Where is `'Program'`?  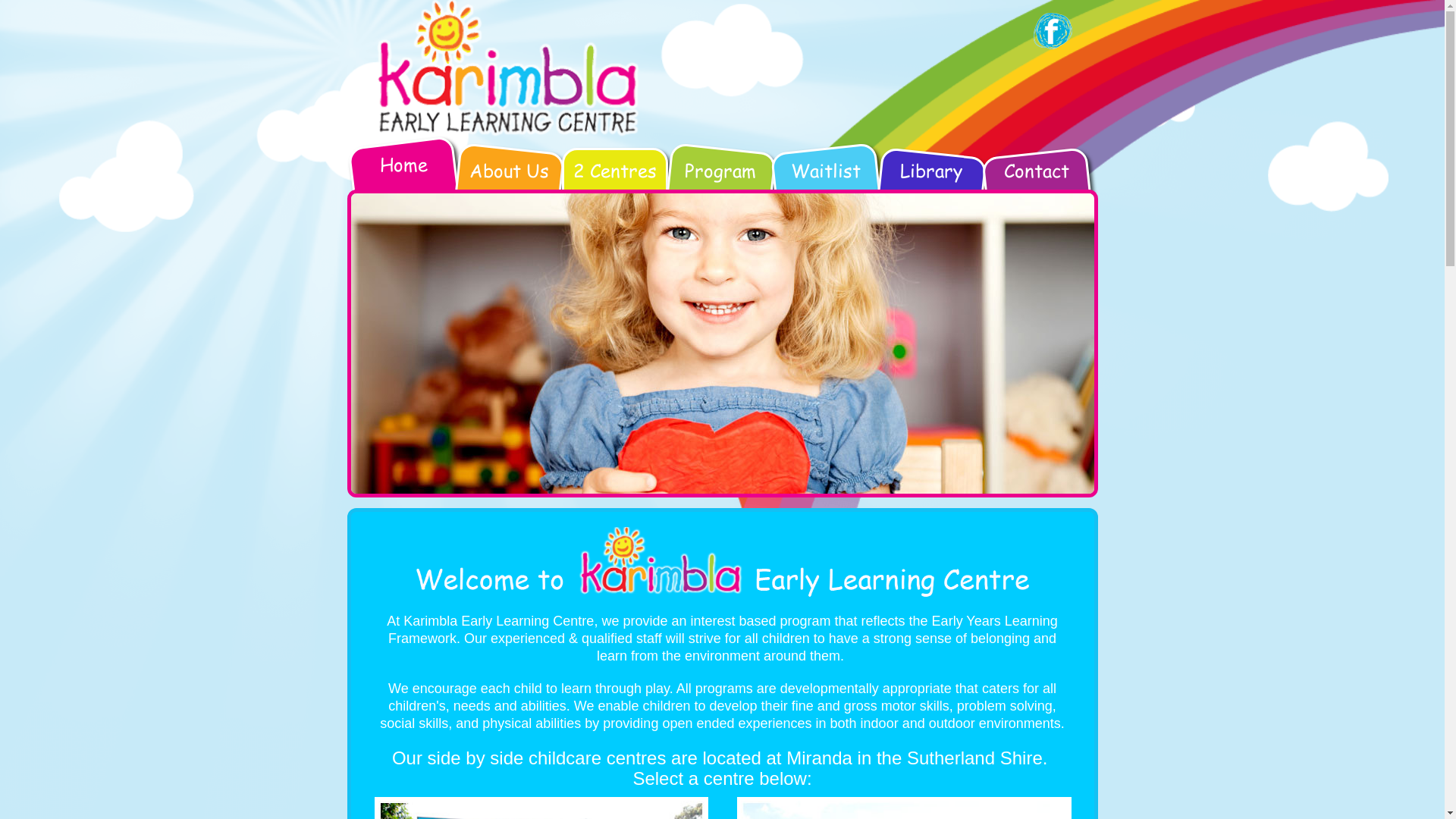
'Program' is located at coordinates (719, 180).